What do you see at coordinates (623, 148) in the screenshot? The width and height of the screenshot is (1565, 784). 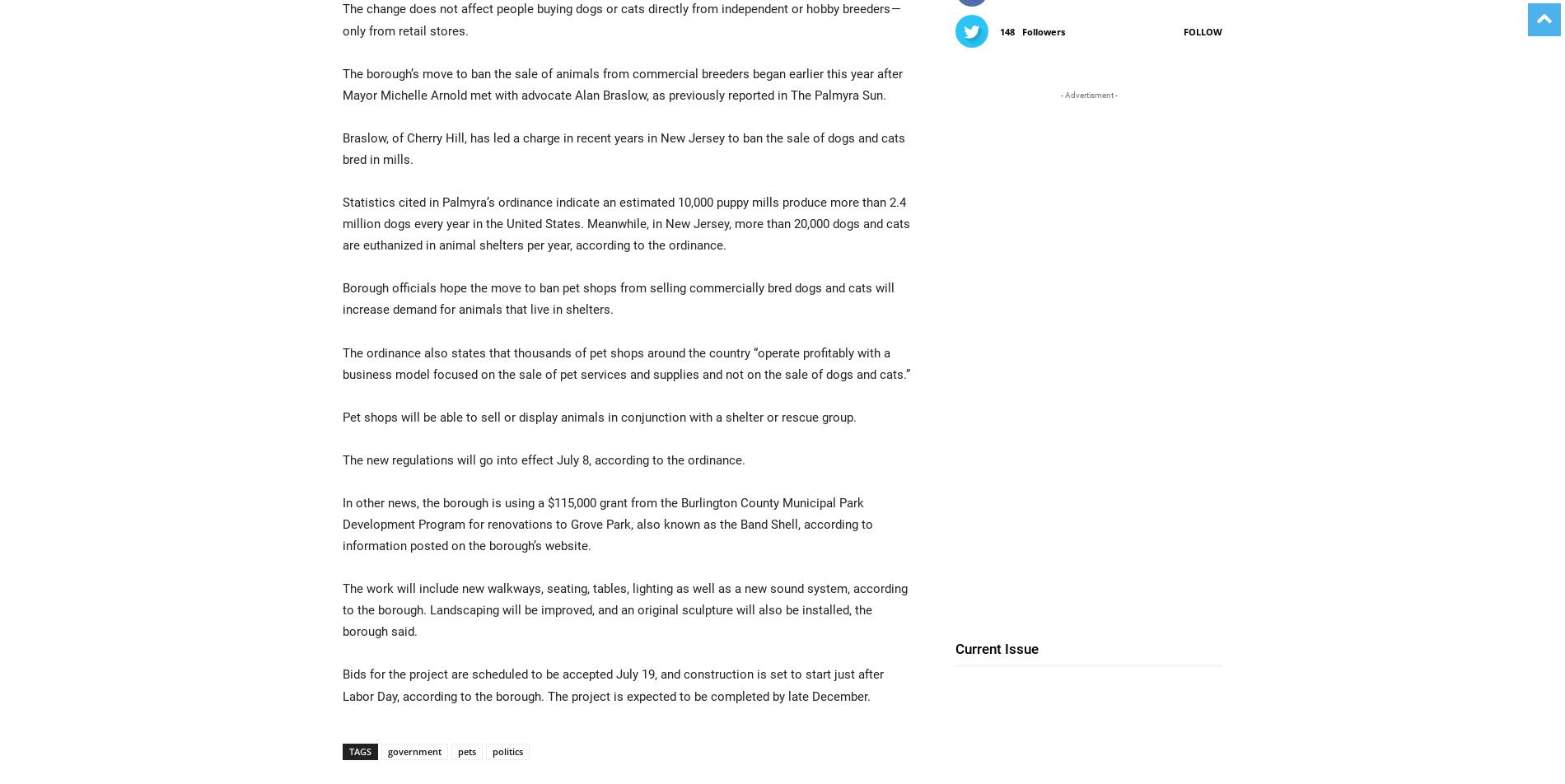 I see `'Braslow, of Cherry Hill, has led a charge in recent years in New Jersey to ban the sale of dogs and cats bred in mills.'` at bounding box center [623, 148].